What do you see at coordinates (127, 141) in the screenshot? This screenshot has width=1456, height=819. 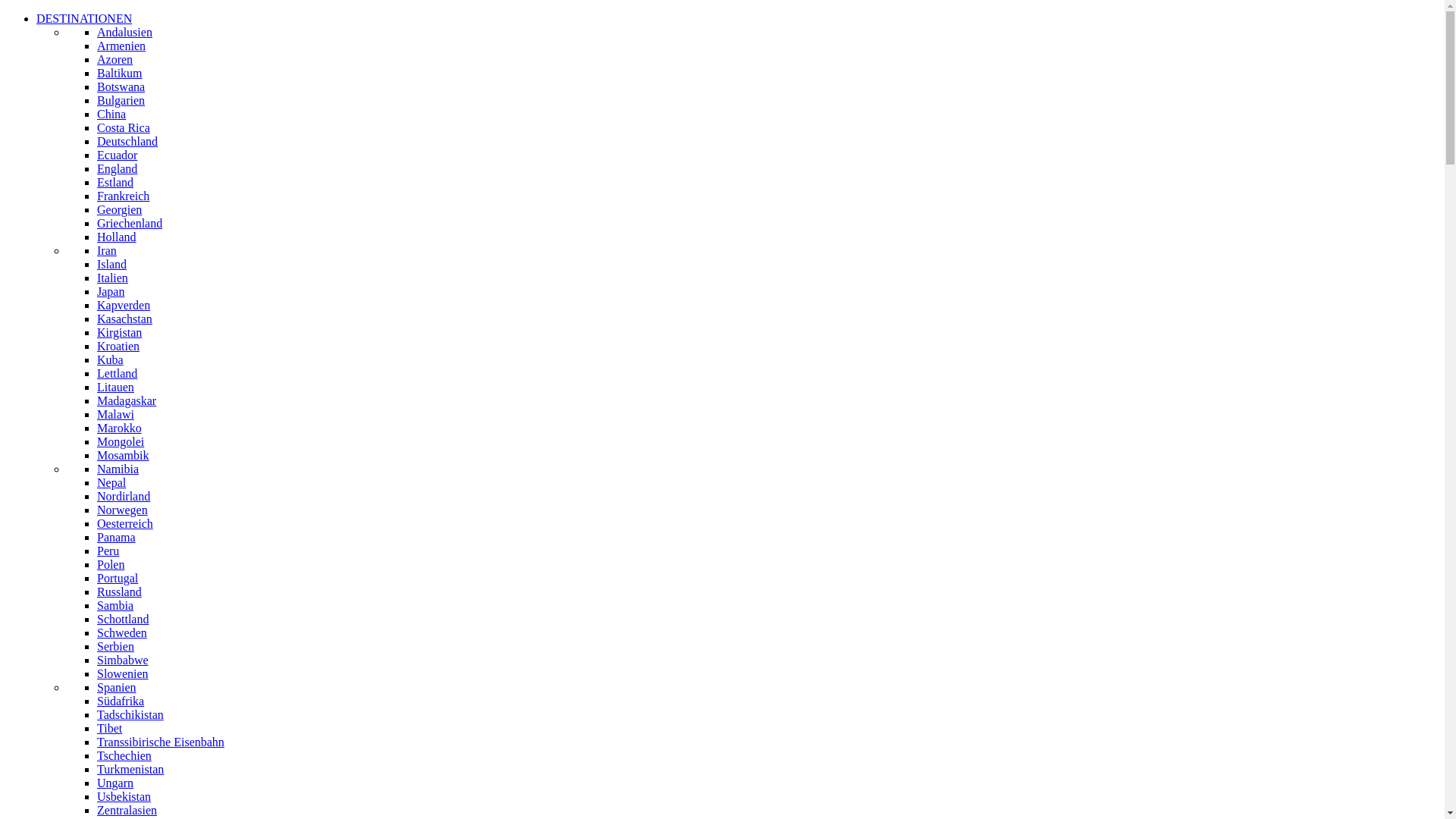 I see `'Deutschland'` at bounding box center [127, 141].